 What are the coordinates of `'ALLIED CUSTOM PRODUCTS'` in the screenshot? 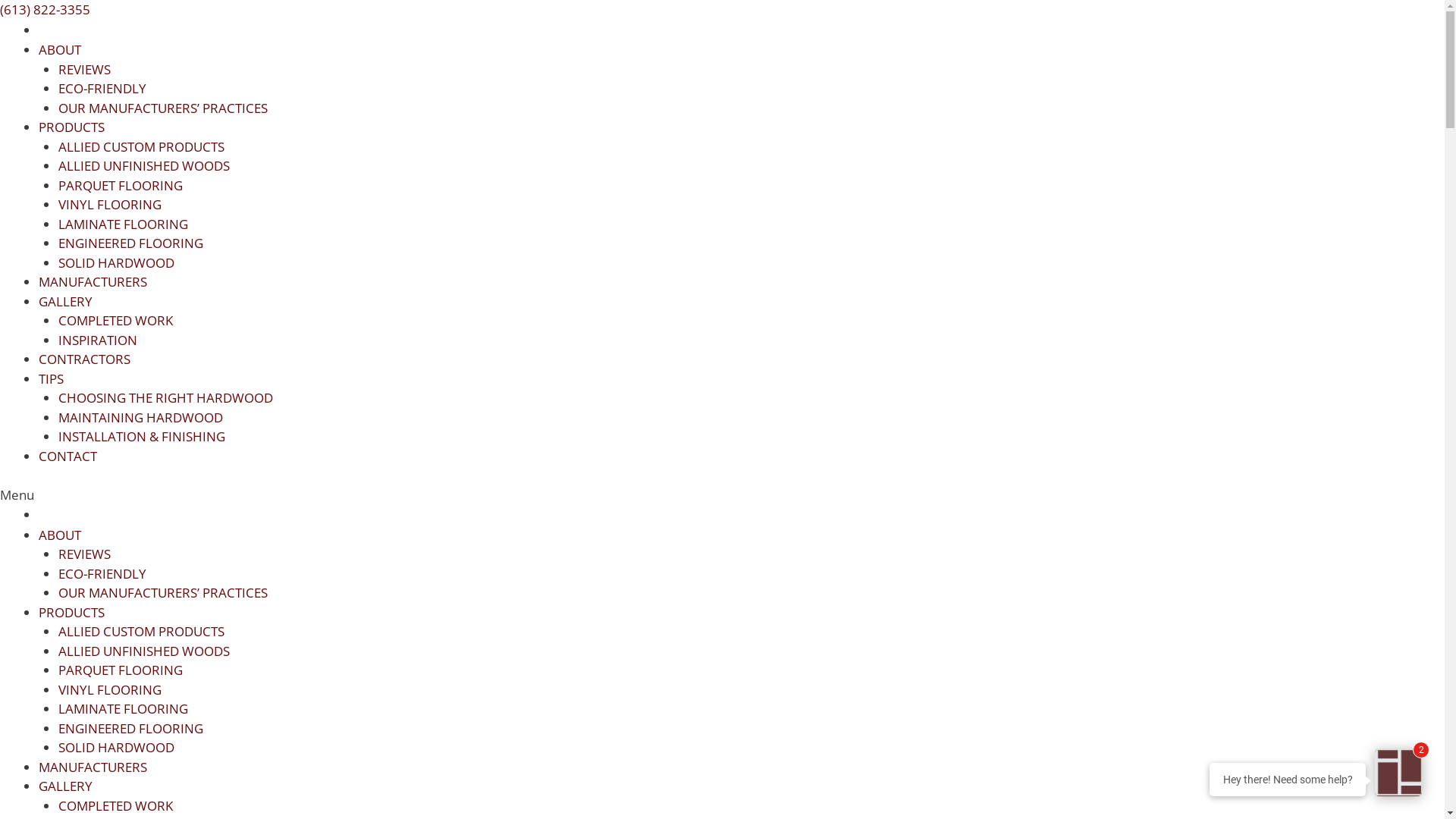 It's located at (140, 631).